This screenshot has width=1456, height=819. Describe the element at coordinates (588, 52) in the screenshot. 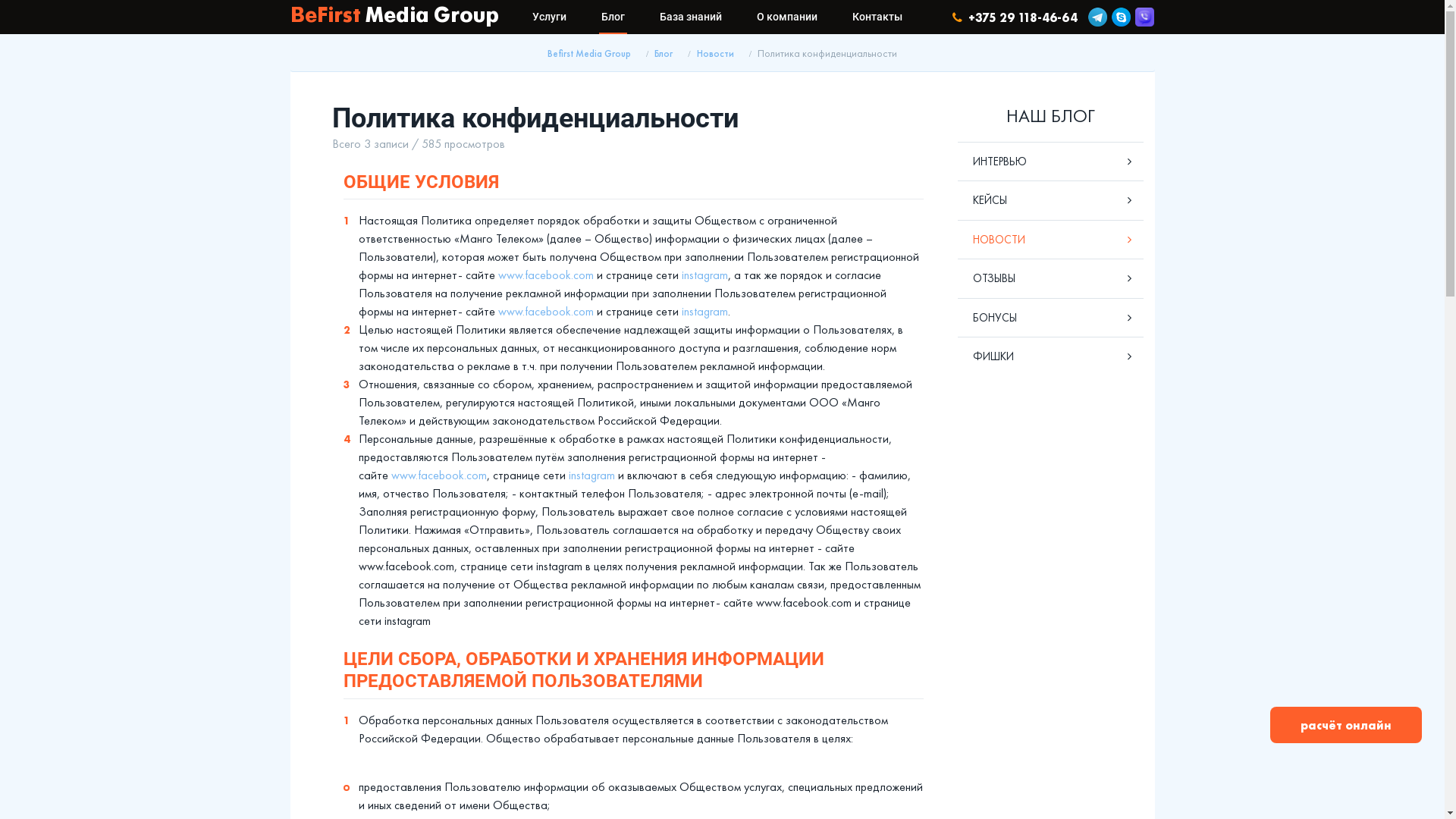

I see `'Befirst Media Group'` at that location.